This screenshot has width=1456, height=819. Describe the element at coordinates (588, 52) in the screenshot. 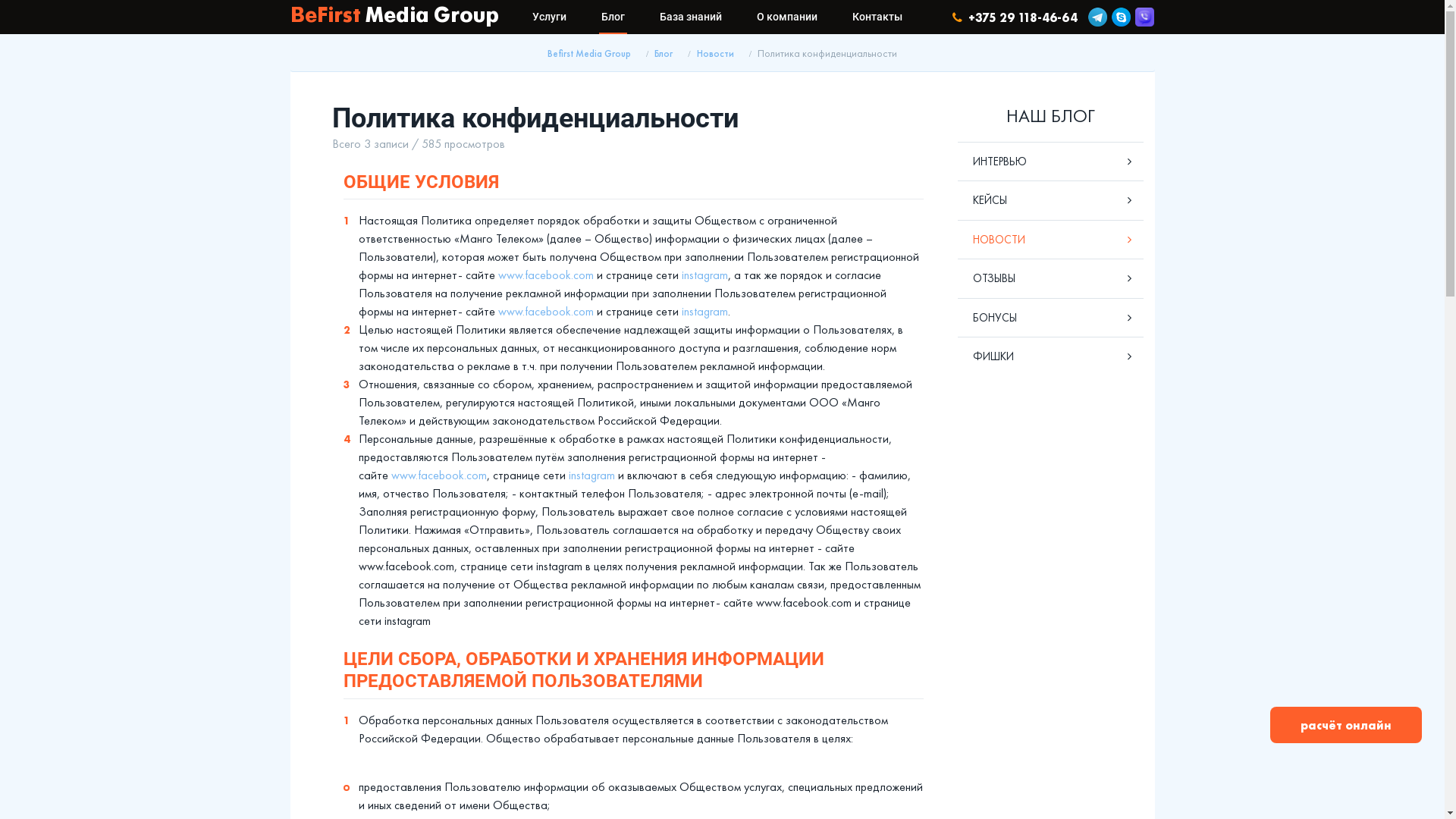

I see `'Befirst Media Group'` at that location.